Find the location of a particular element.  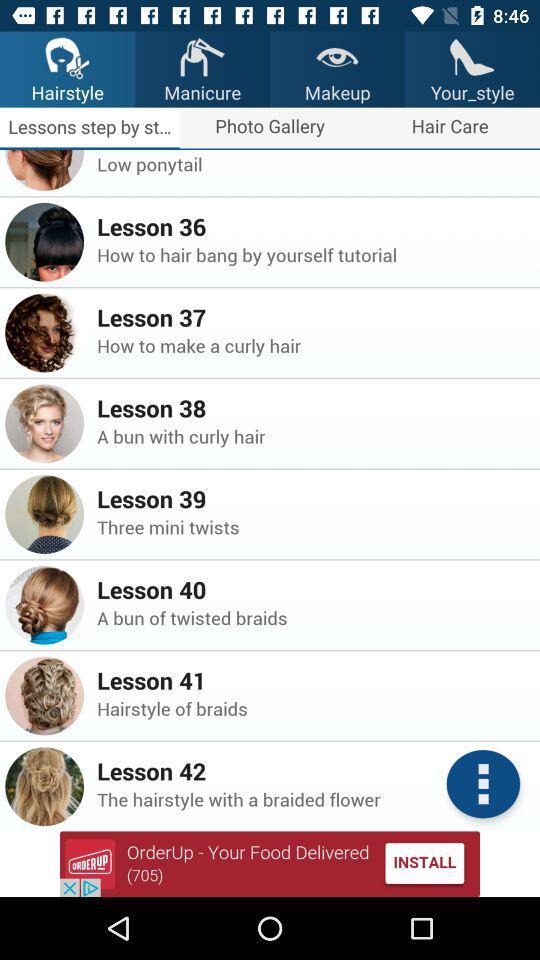

the more icon is located at coordinates (482, 784).